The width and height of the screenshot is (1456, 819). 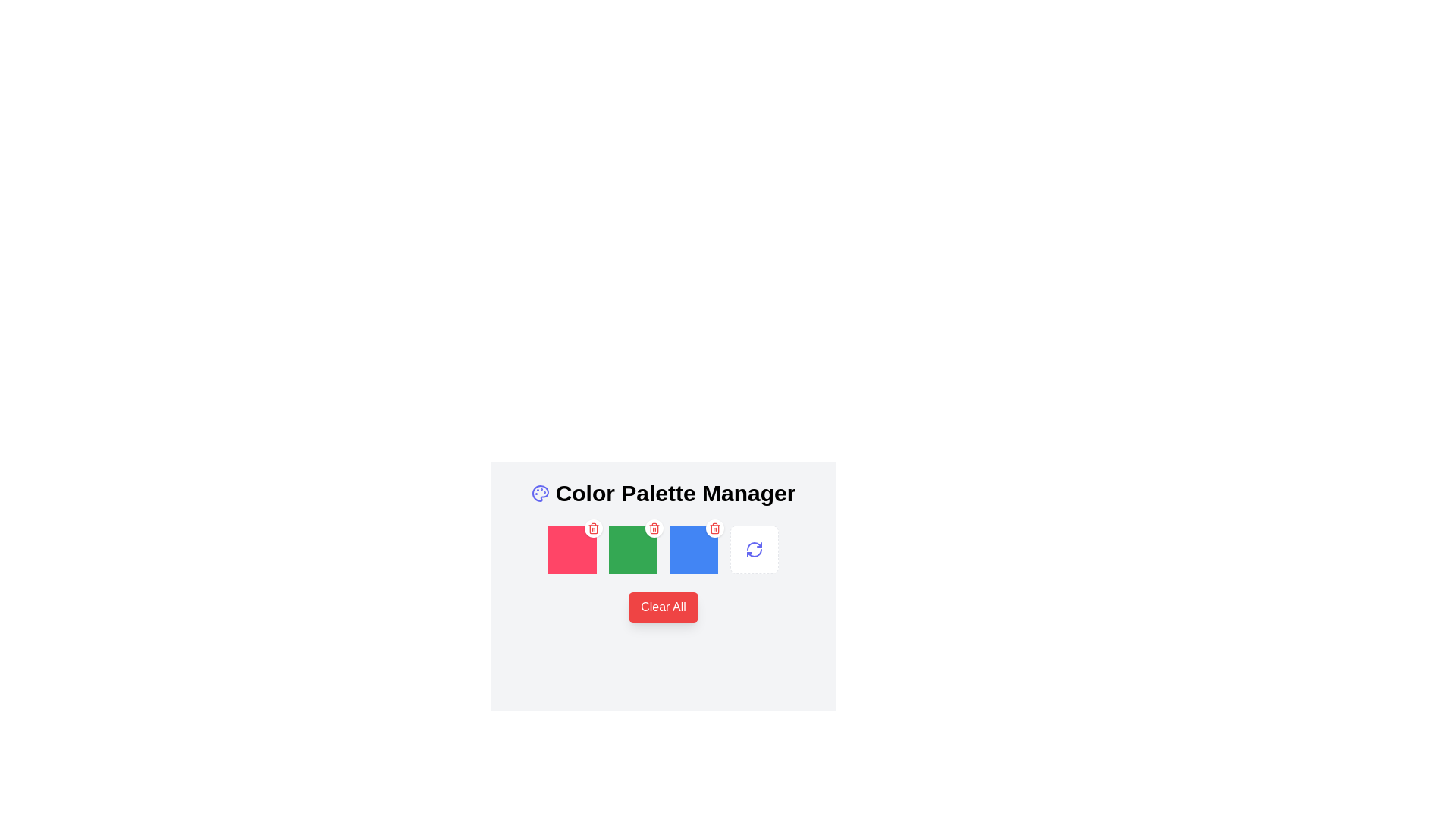 I want to click on the small red trashcan icon within the white circular button located in the top-right corner of the blue square component, so click(x=714, y=528).